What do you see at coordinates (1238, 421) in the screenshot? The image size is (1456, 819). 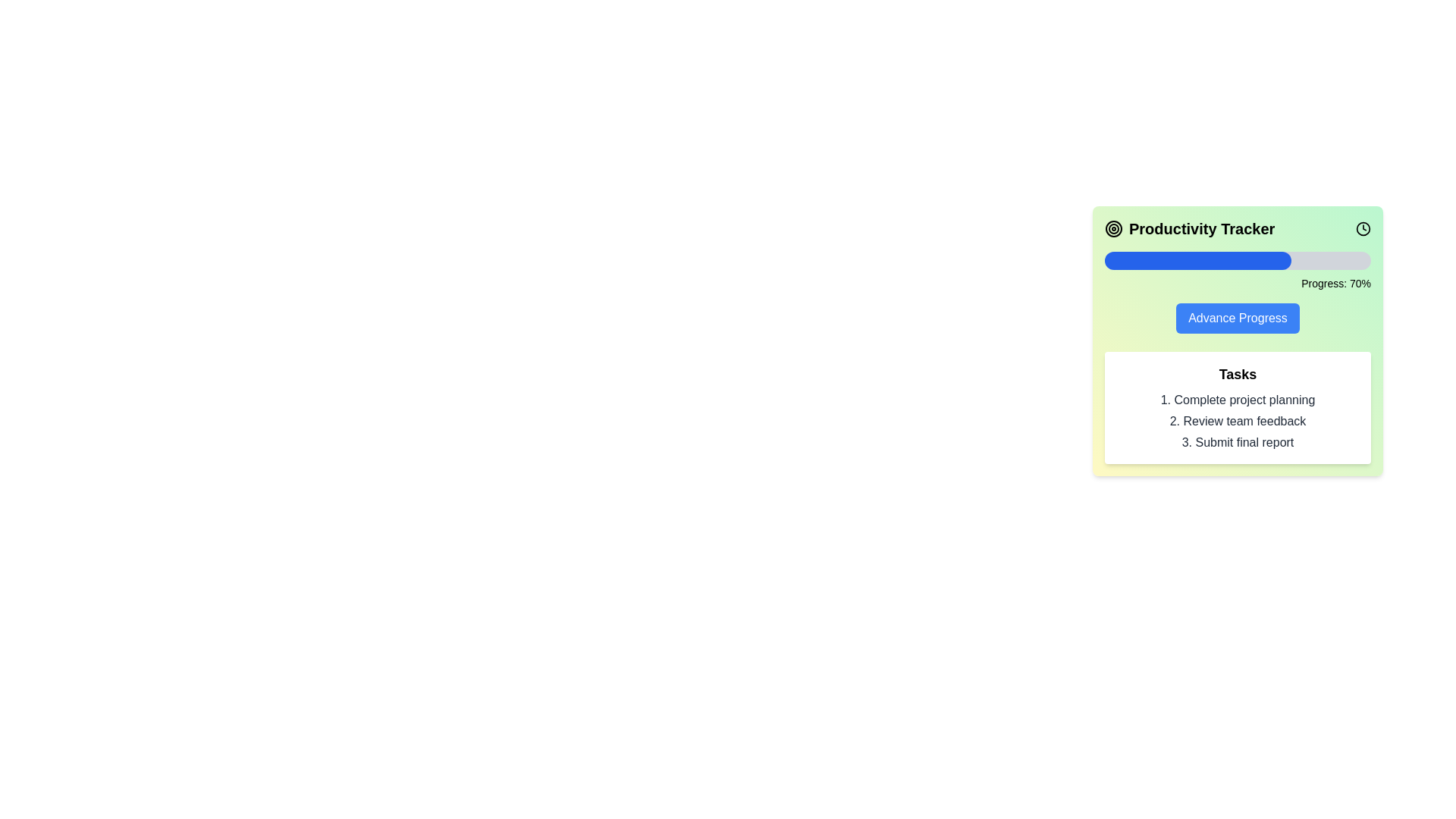 I see `on the numbered list displayed within the 'Tasks' card, which contains items like 'Complete project planning', 'Review team feedback', and 'Submit final report'` at bounding box center [1238, 421].